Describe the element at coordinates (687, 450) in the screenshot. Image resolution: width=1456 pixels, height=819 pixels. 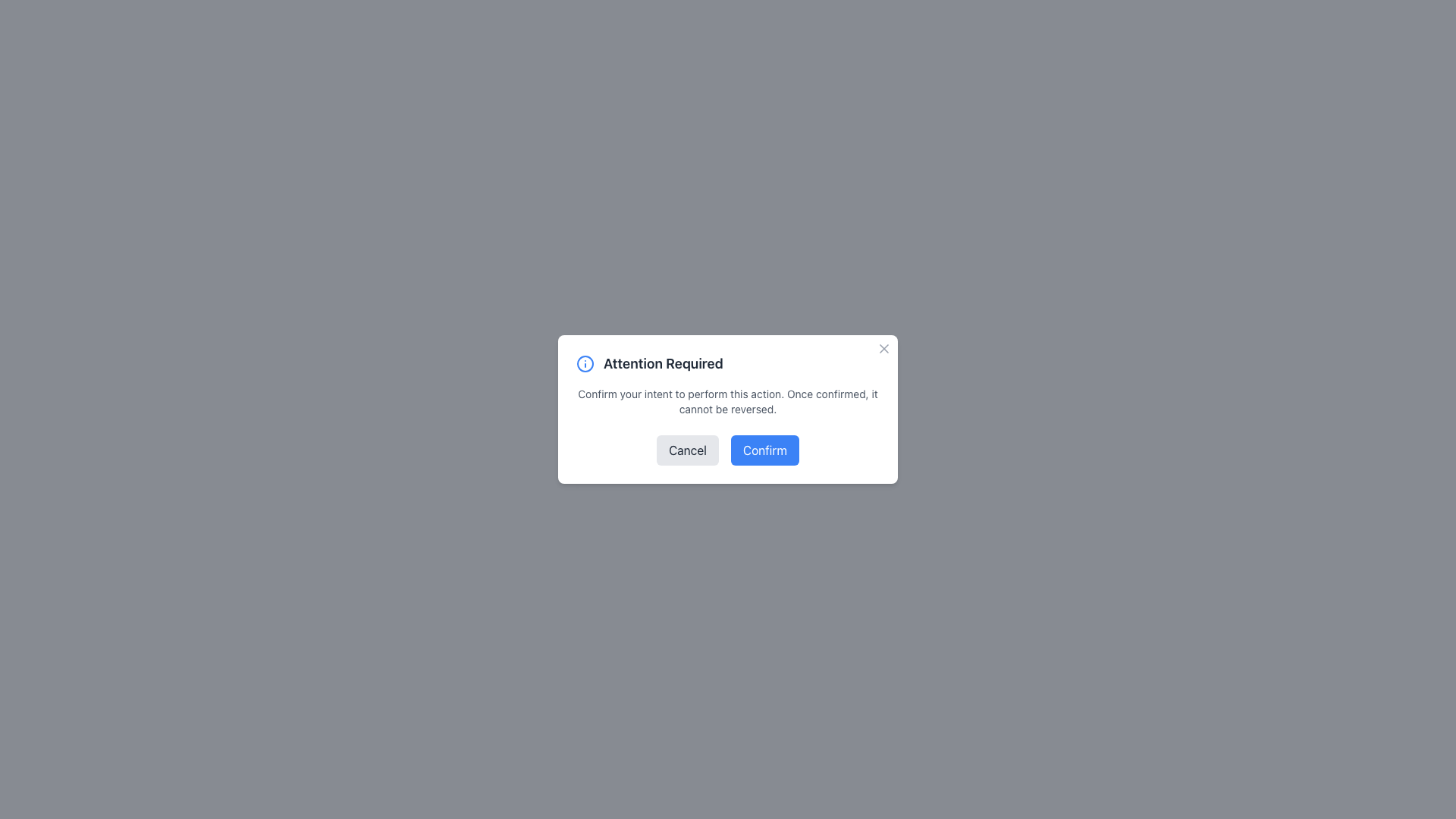
I see `the 'Cancel' button in the confirmation dialog to observe the hover effect` at that location.